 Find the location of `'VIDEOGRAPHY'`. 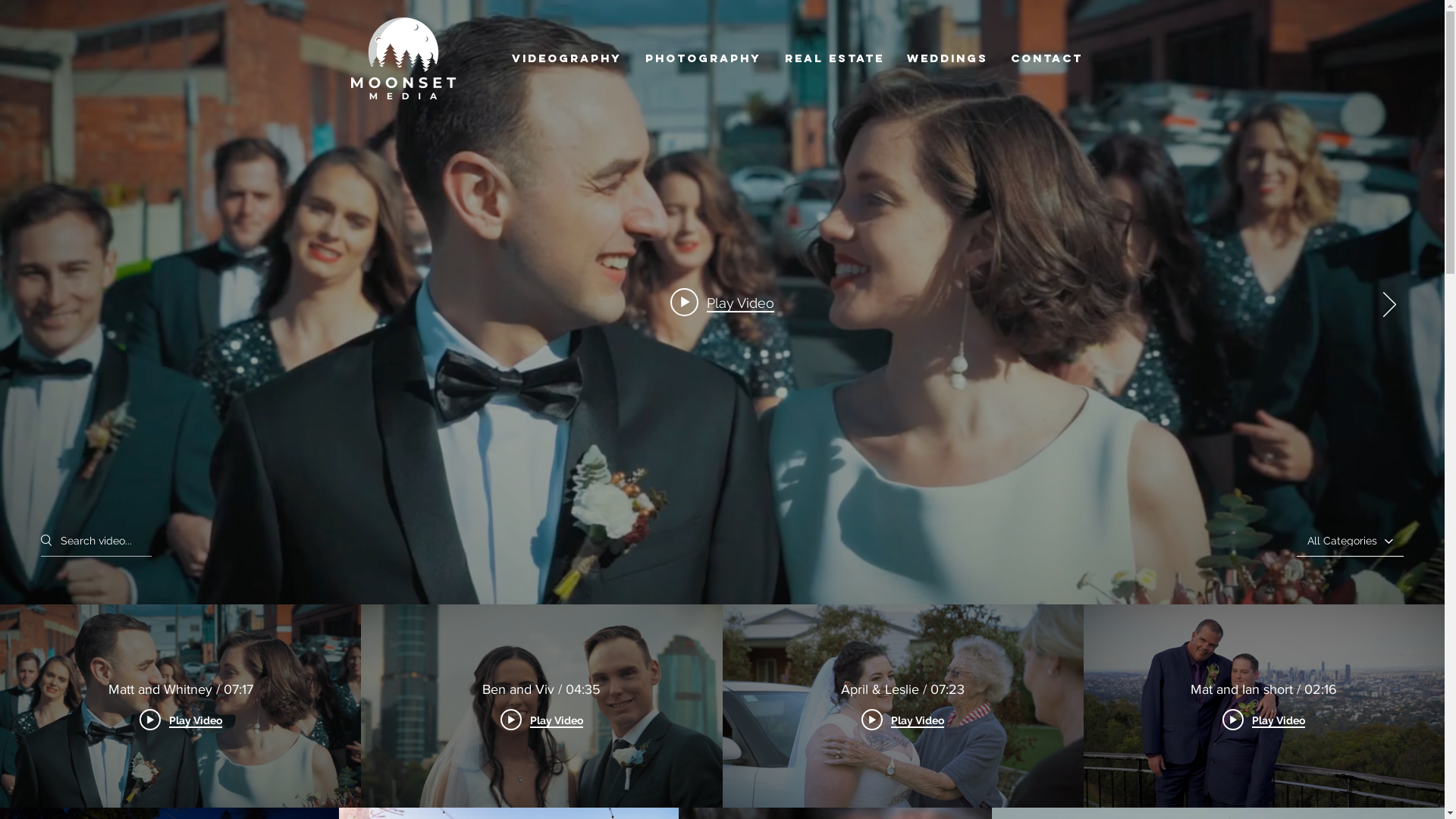

'VIDEOGRAPHY' is located at coordinates (566, 58).